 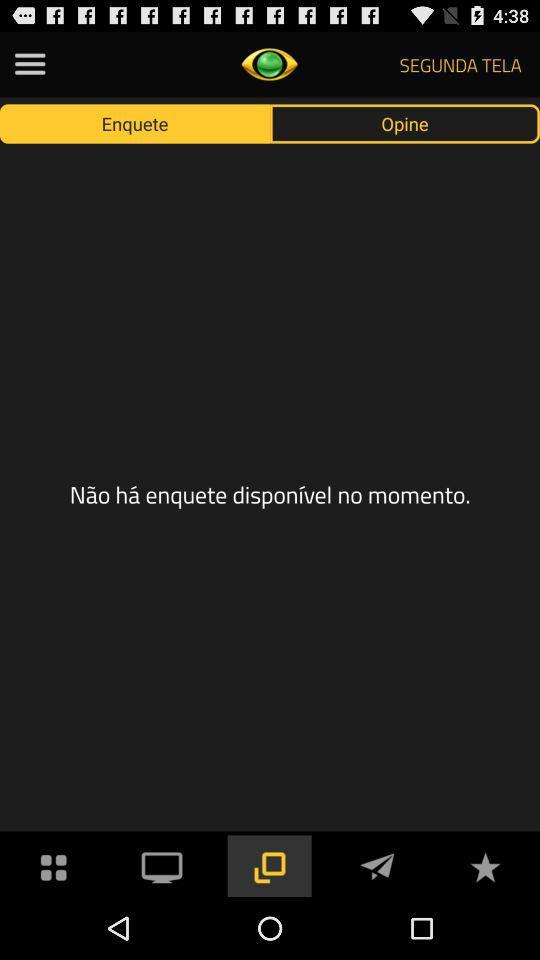 What do you see at coordinates (269, 864) in the screenshot?
I see `shrink` at bounding box center [269, 864].